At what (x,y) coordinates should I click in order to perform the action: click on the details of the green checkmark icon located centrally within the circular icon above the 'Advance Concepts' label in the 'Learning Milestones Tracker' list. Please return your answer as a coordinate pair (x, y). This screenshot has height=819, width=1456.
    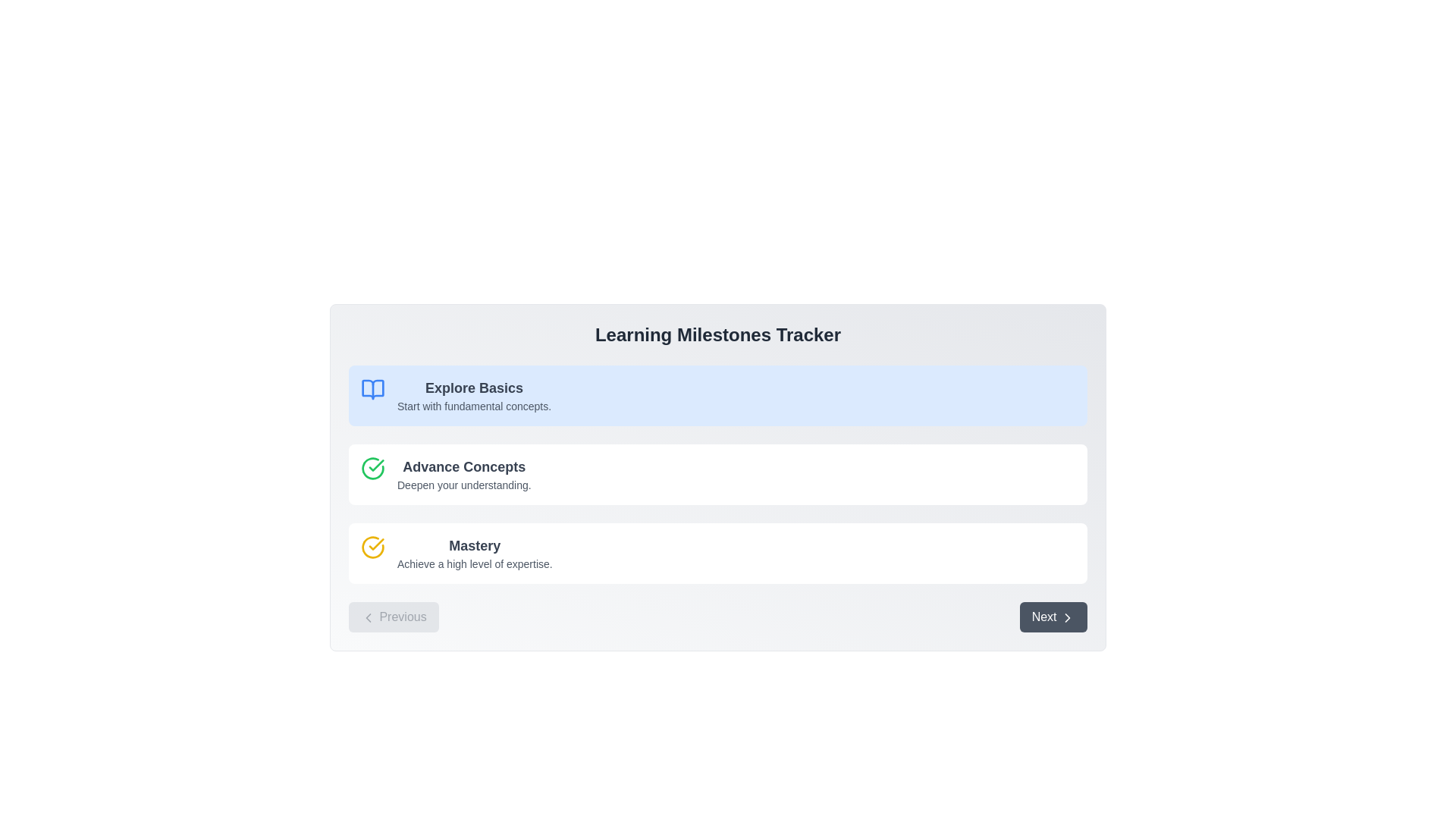
    Looking at the image, I should click on (372, 467).